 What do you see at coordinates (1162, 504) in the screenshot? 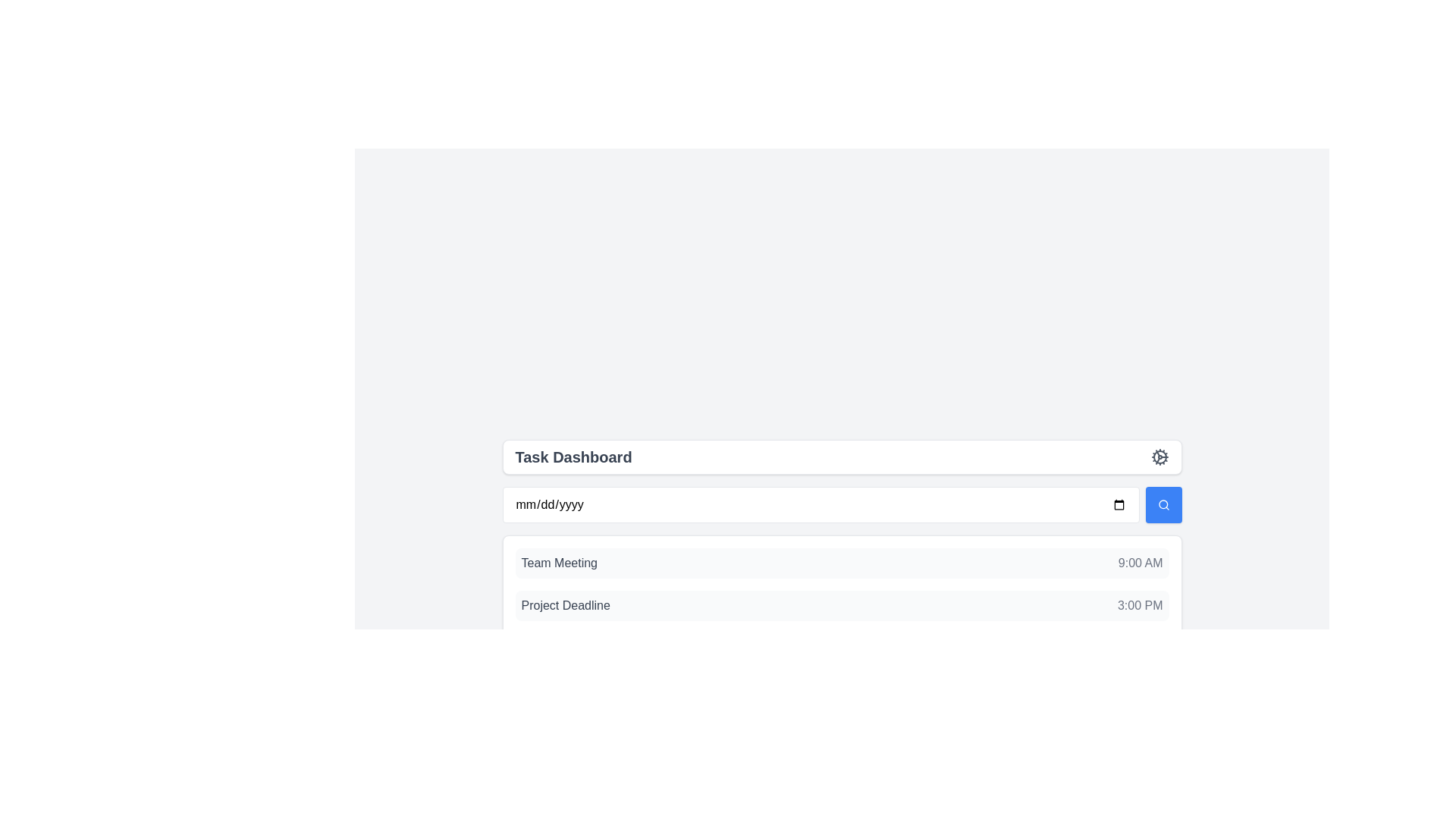
I see `the Decorative SVG component that is part of a blue square-shaped button, which is located to the right of the date input field and includes a calendar icon` at bounding box center [1162, 504].